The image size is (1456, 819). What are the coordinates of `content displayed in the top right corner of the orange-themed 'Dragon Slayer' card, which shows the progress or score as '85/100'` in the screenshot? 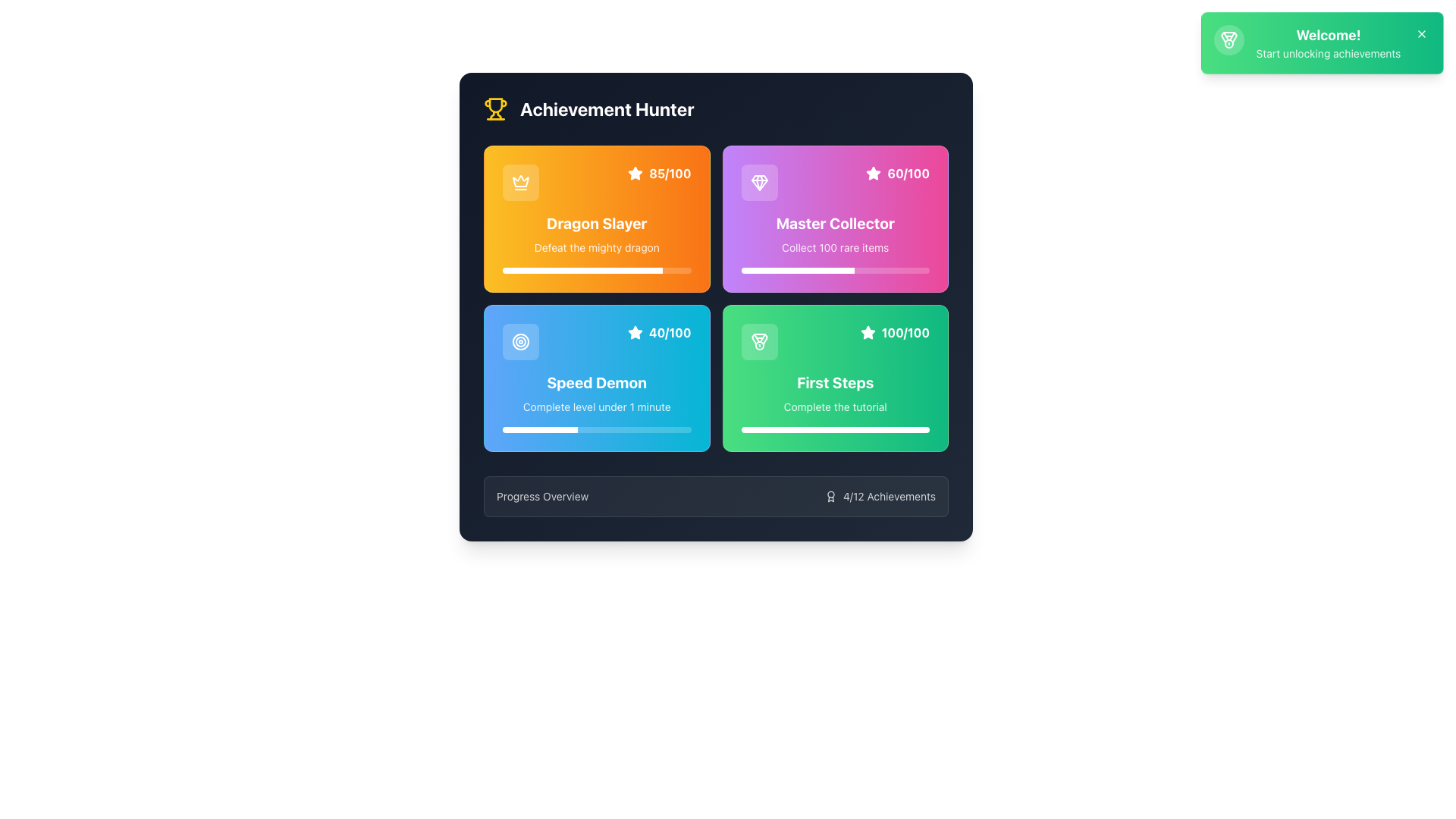 It's located at (596, 181).